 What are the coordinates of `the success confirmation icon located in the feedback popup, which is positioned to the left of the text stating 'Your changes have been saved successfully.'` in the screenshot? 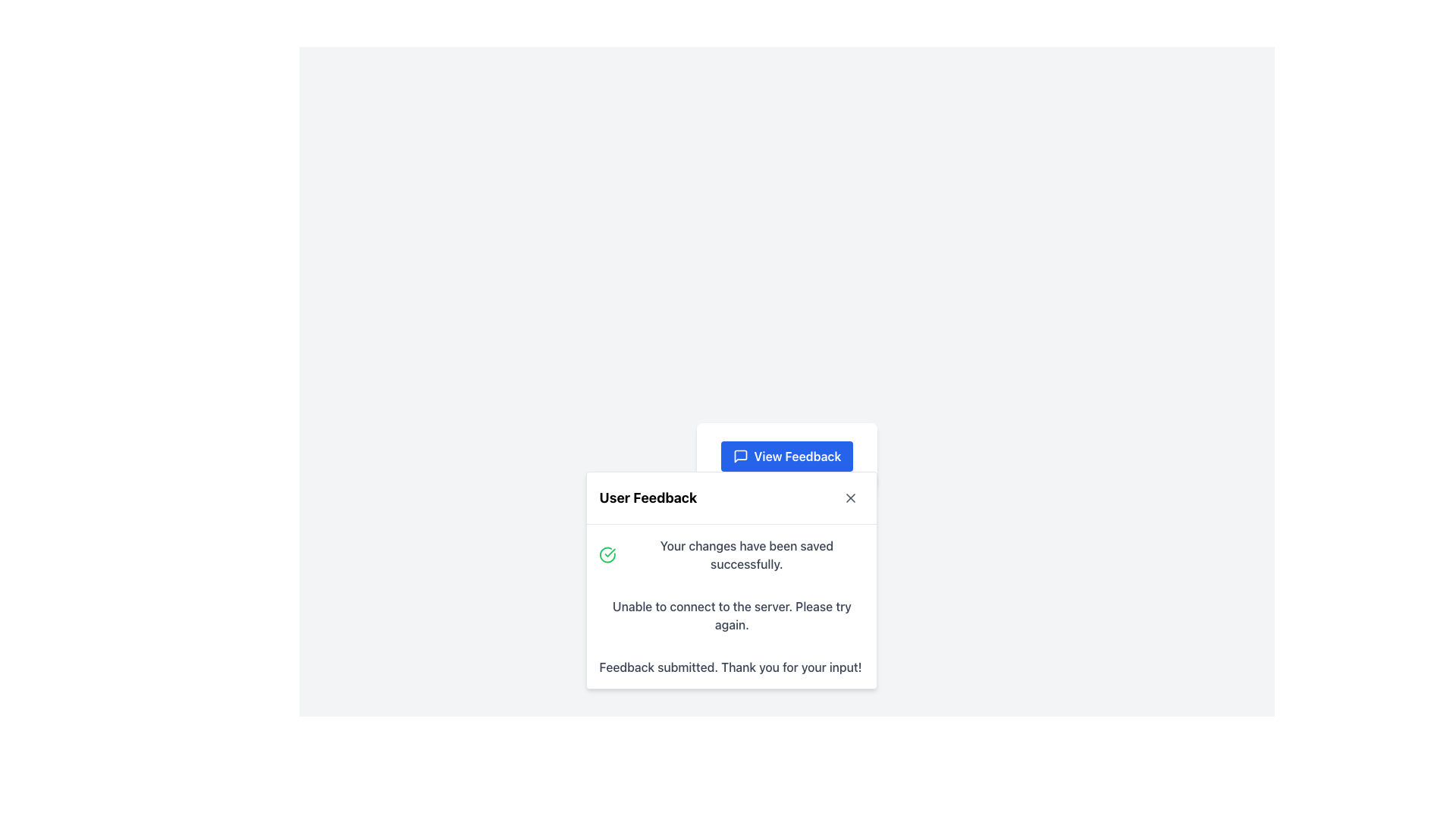 It's located at (607, 555).